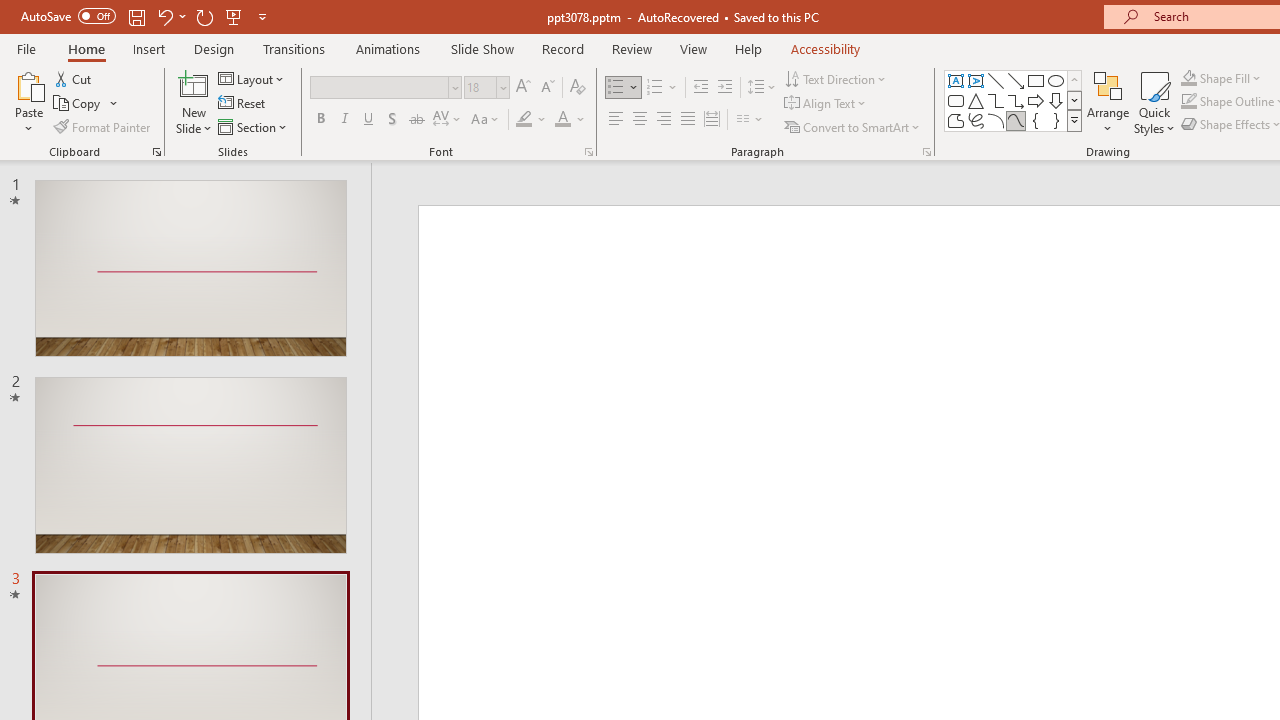 The image size is (1280, 720). I want to click on 'AutoSave', so click(68, 16).